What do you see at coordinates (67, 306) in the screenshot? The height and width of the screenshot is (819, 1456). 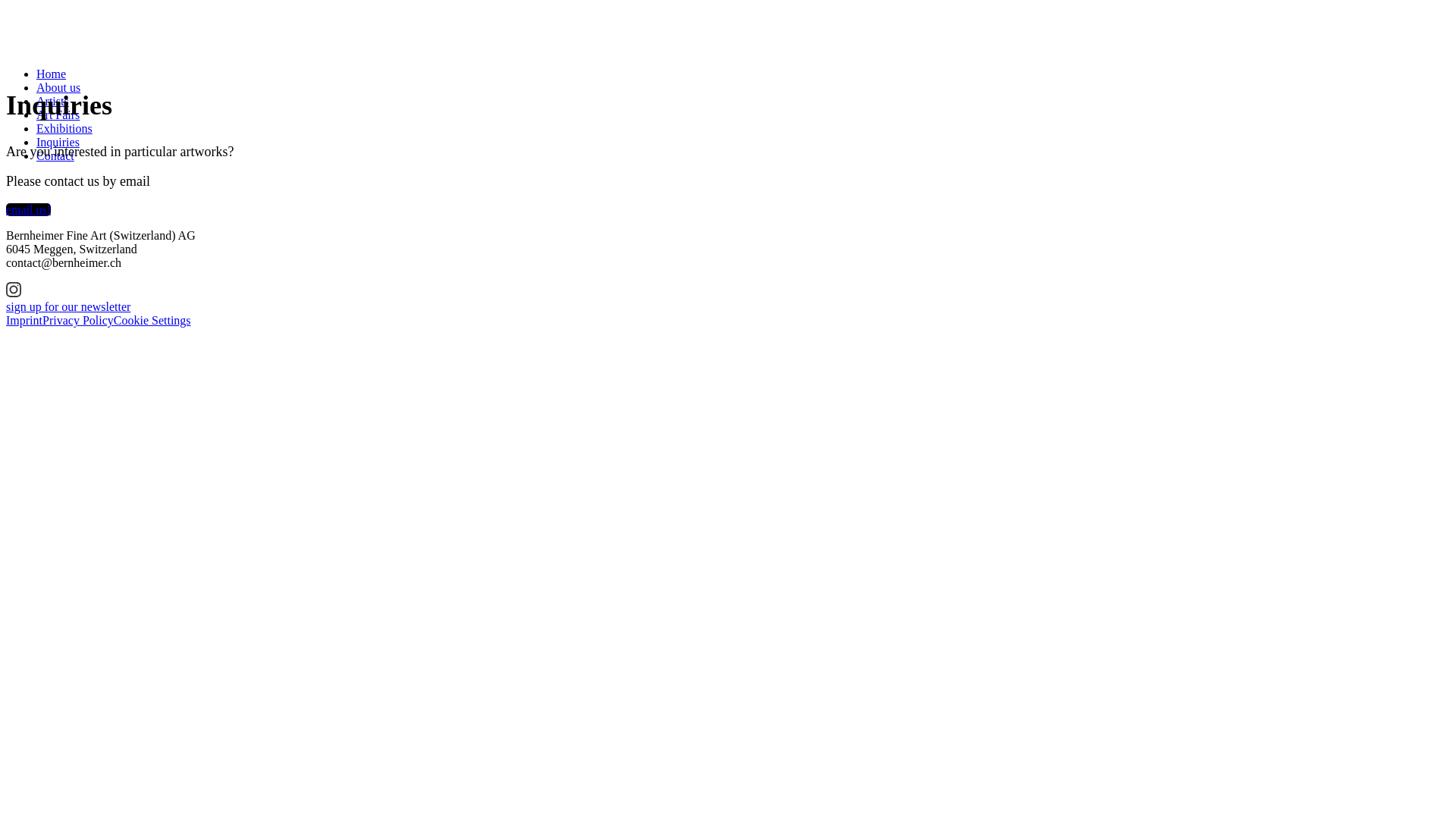 I see `'sign up for our newsletter'` at bounding box center [67, 306].